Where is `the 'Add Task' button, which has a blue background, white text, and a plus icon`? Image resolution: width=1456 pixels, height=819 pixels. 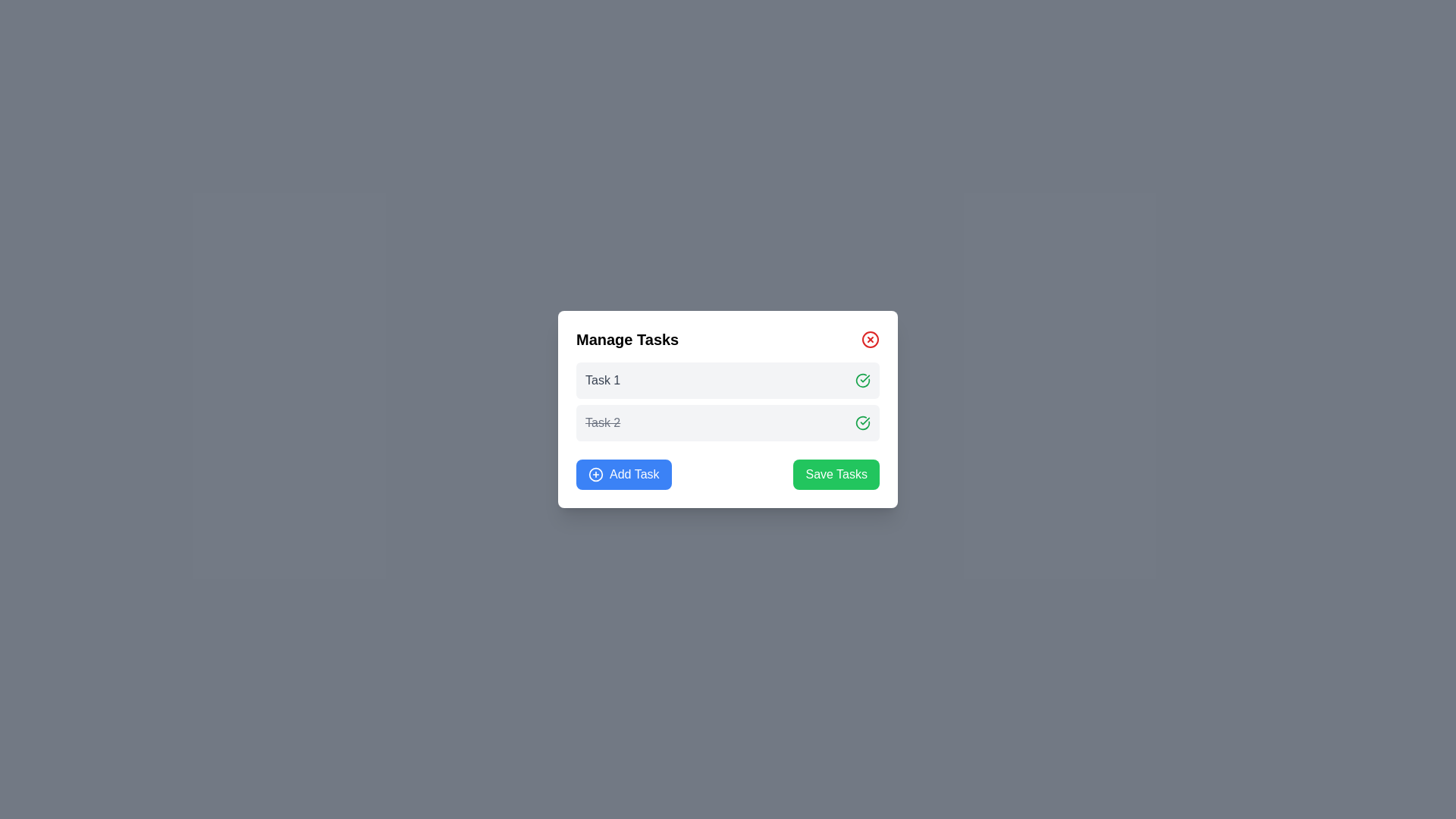
the 'Add Task' button, which has a blue background, white text, and a plus icon is located at coordinates (623, 473).